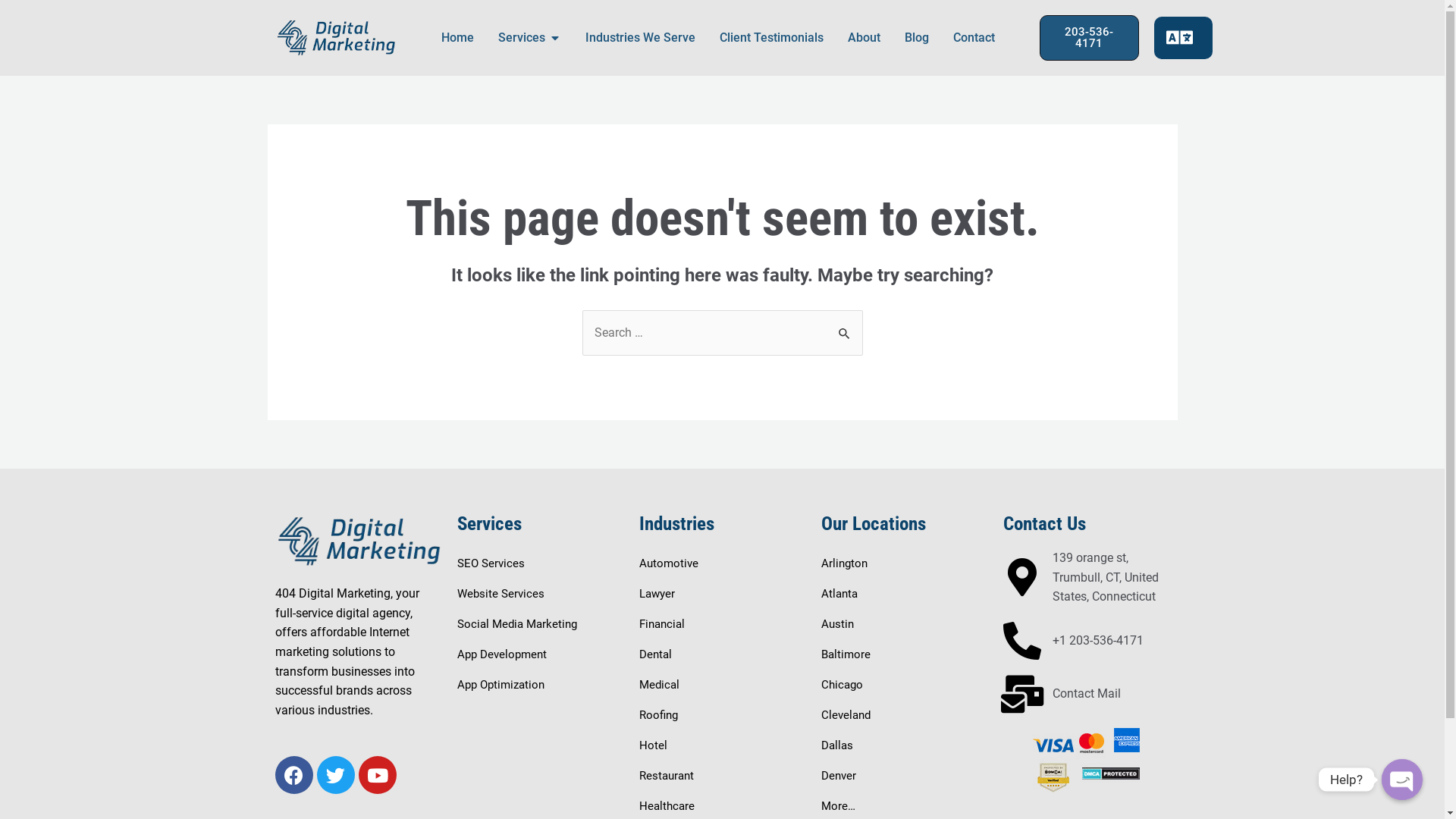  What do you see at coordinates (973, 37) in the screenshot?
I see `'Contact'` at bounding box center [973, 37].